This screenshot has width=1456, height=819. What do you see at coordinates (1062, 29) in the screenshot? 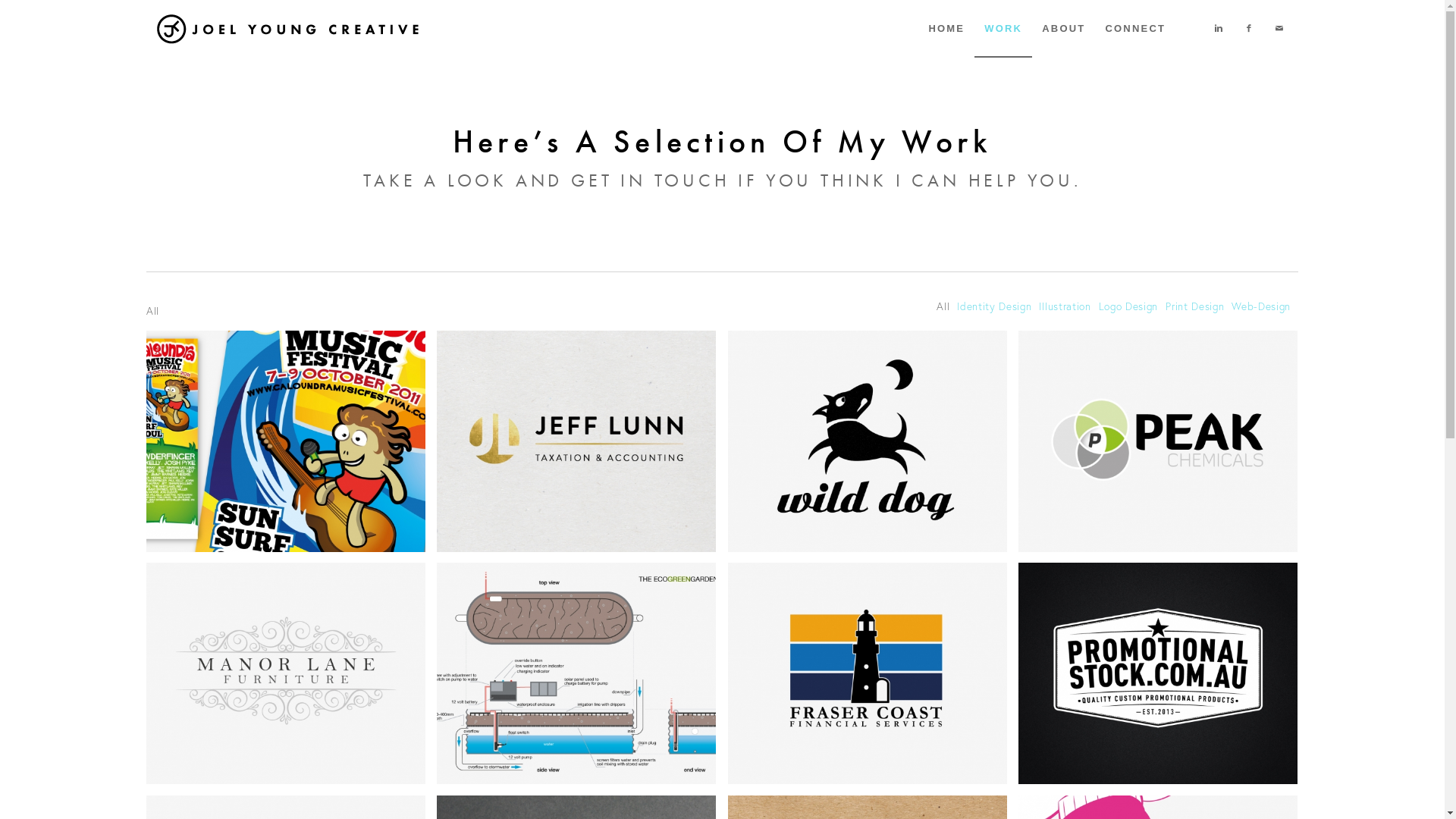
I see `'ABOUT'` at bounding box center [1062, 29].